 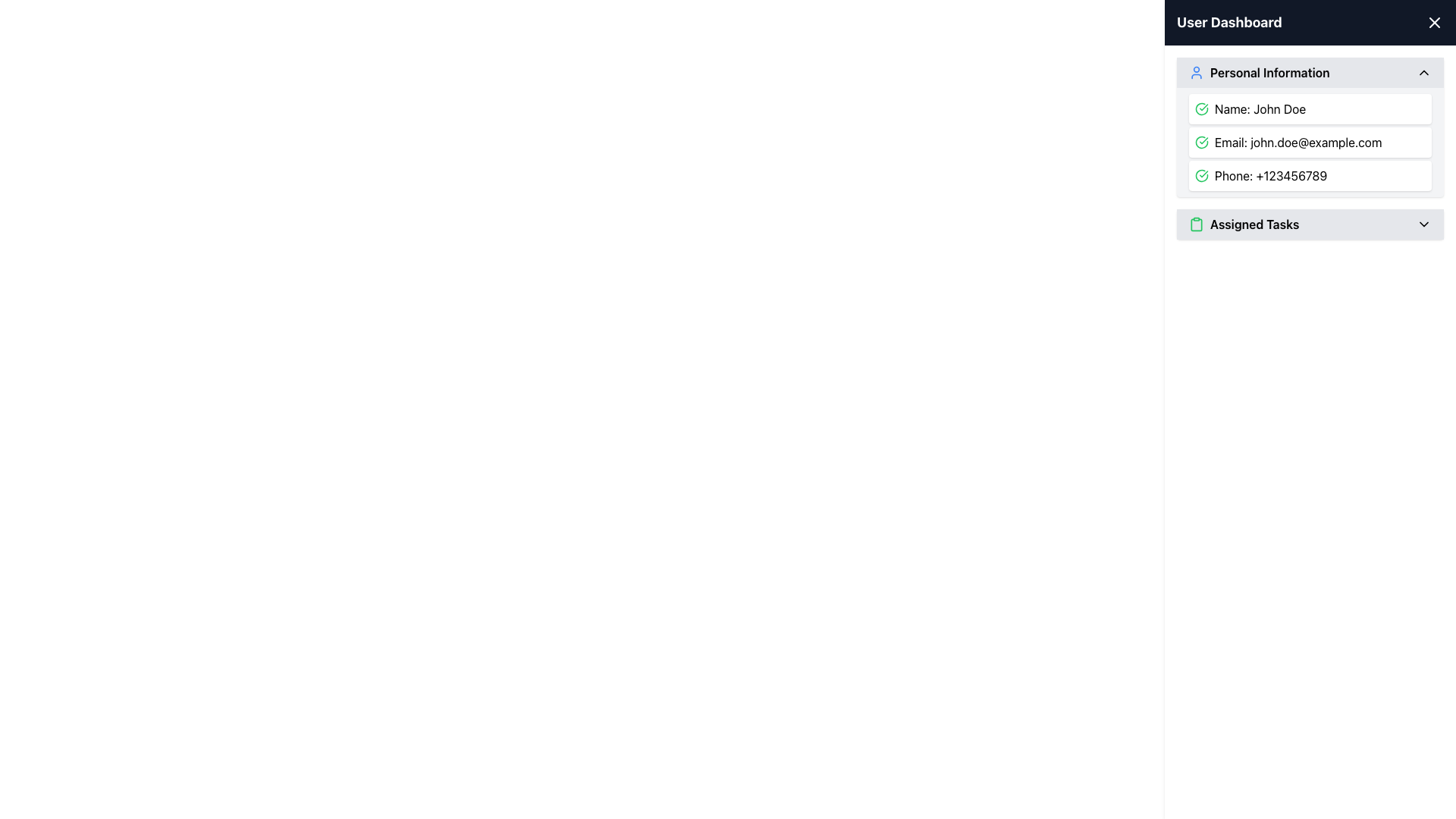 I want to click on the circular green-bordered icon with a check mark that is located beside the text 'Email: john.doe@example.com' in the 'Personal Information' section of the user dashboard, so click(x=1200, y=143).